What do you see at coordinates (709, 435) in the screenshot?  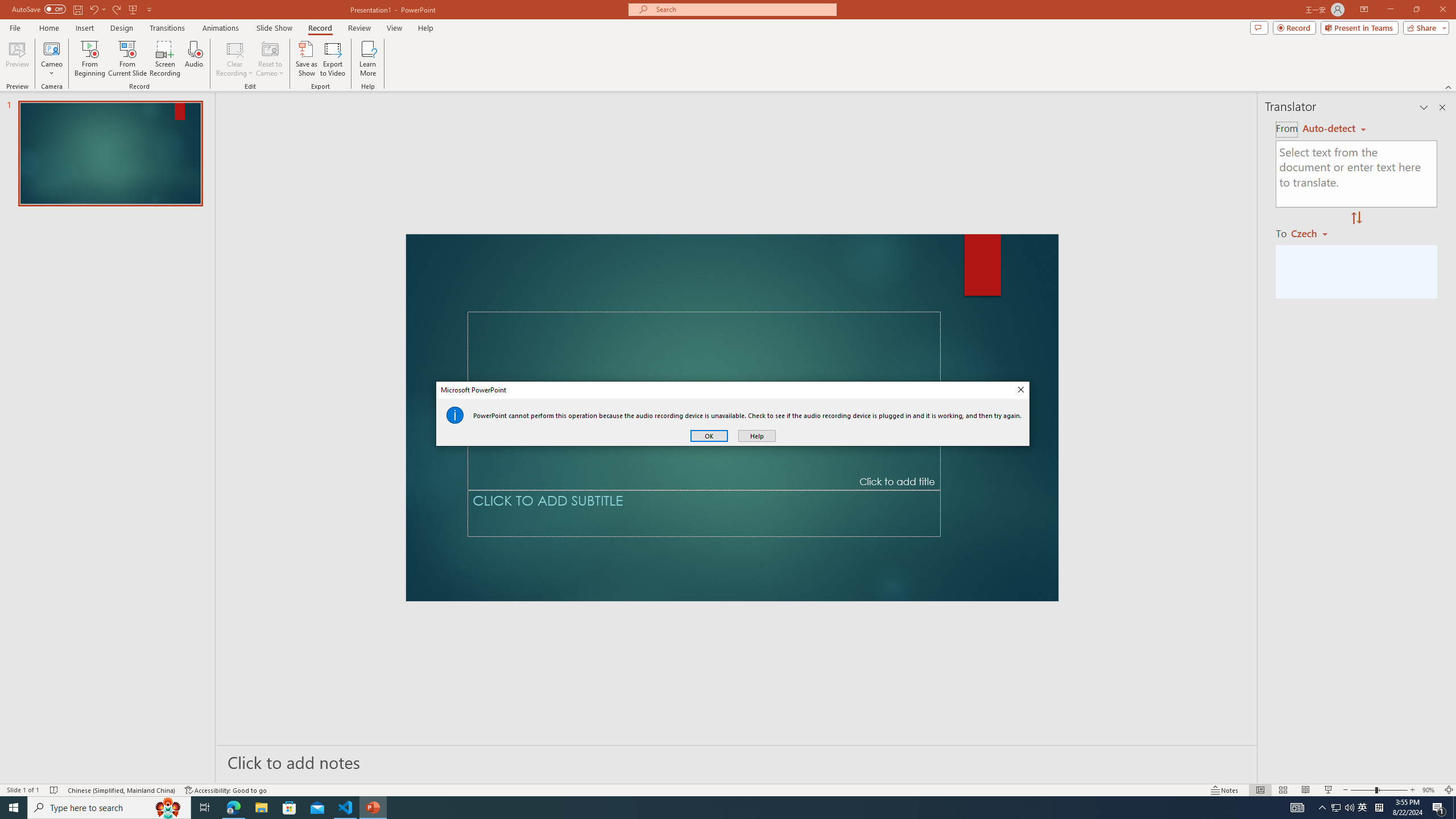 I see `'OK'` at bounding box center [709, 435].